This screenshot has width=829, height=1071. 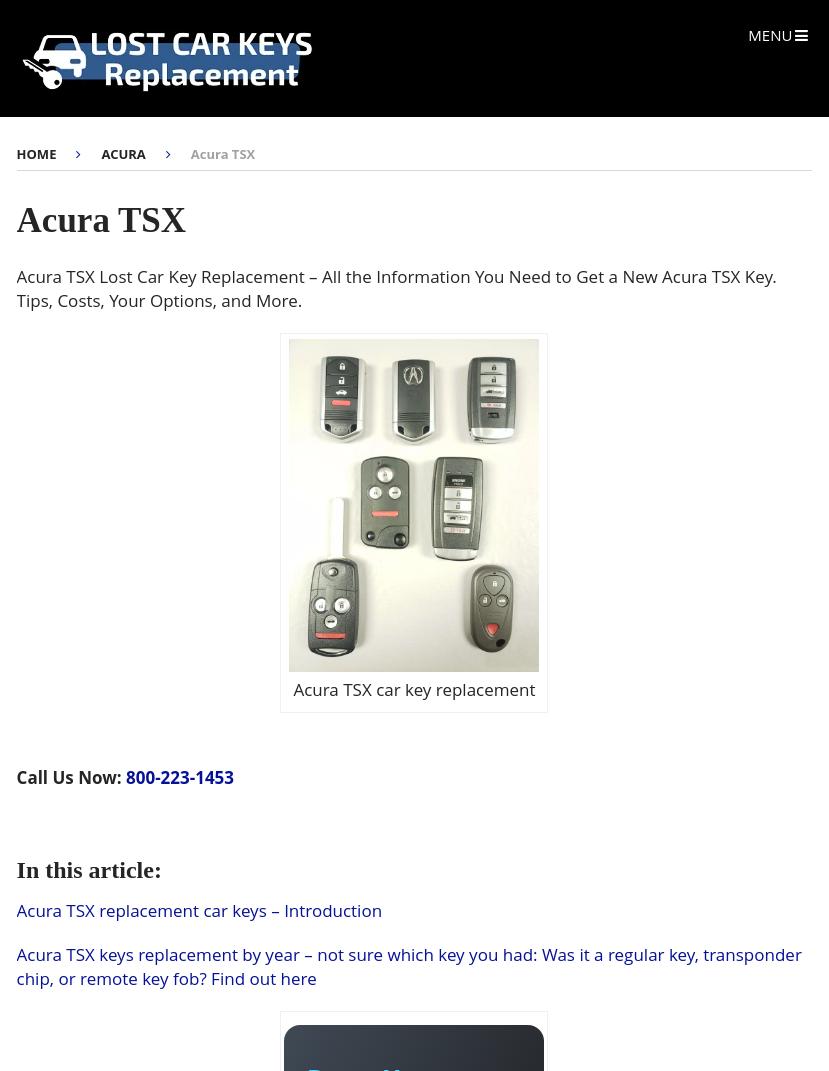 I want to click on 'Acura TSX Lost Car Key Replacement – All the Information You Need to Get a New Acura TSX Key. Tips, Costs, Your Options, and More.', so click(x=396, y=288).